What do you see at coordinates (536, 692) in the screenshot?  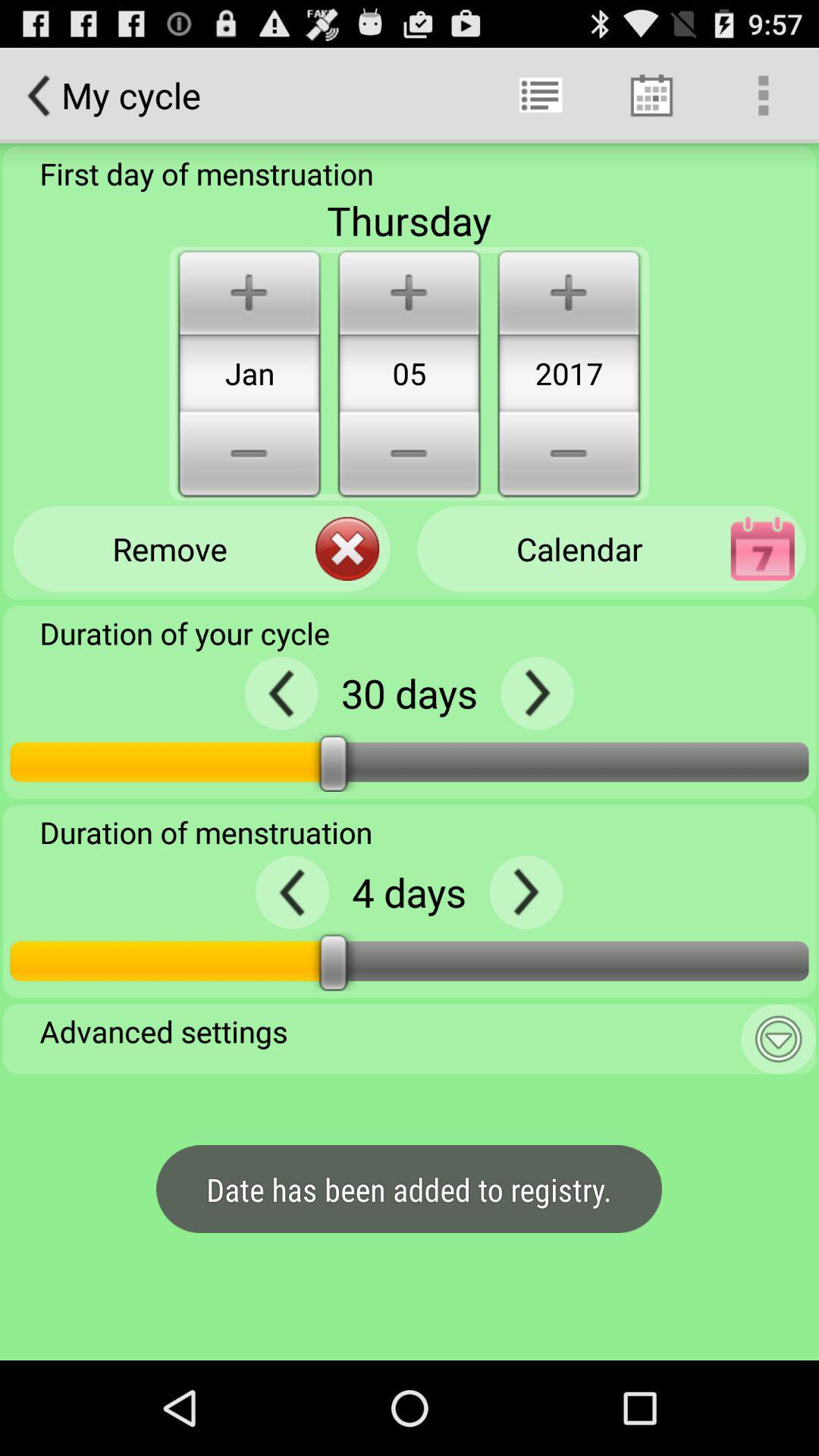 I see `next` at bounding box center [536, 692].